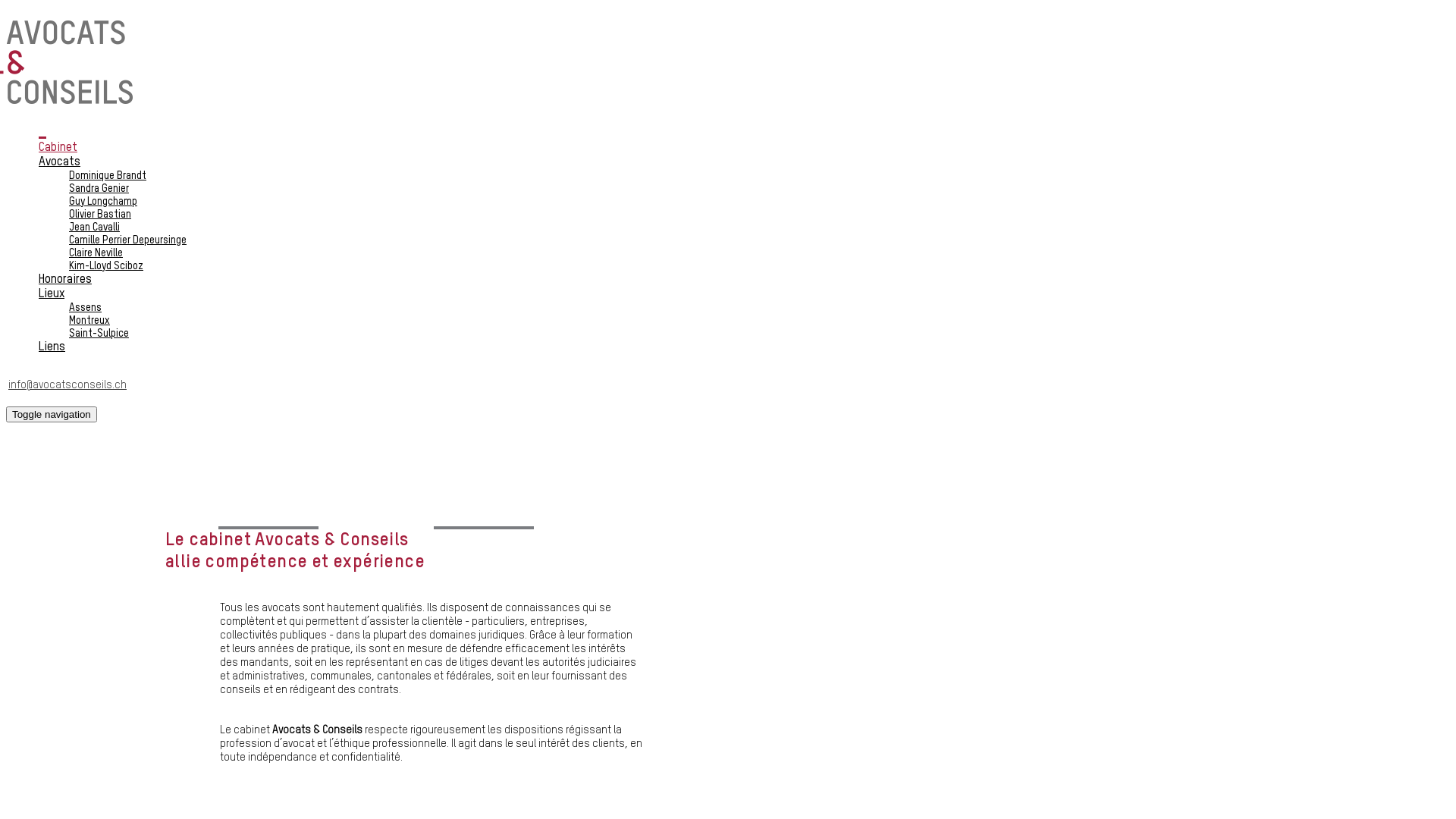 The height and width of the screenshot is (819, 1456). I want to click on 'Kim-Lloyd Sciboz', so click(65, 265).